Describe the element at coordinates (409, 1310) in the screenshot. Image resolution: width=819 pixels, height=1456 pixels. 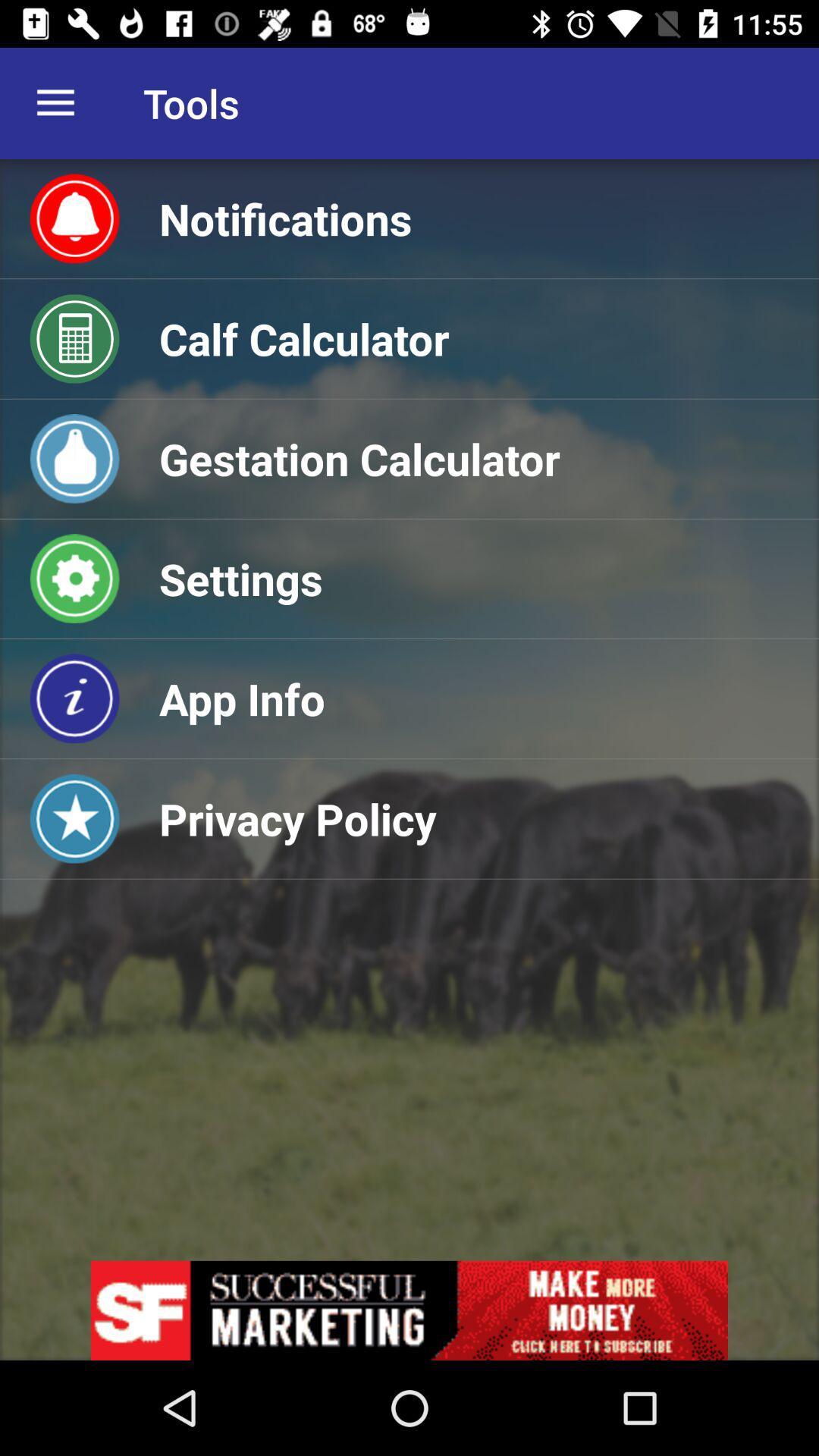
I see `advertisement link` at that location.